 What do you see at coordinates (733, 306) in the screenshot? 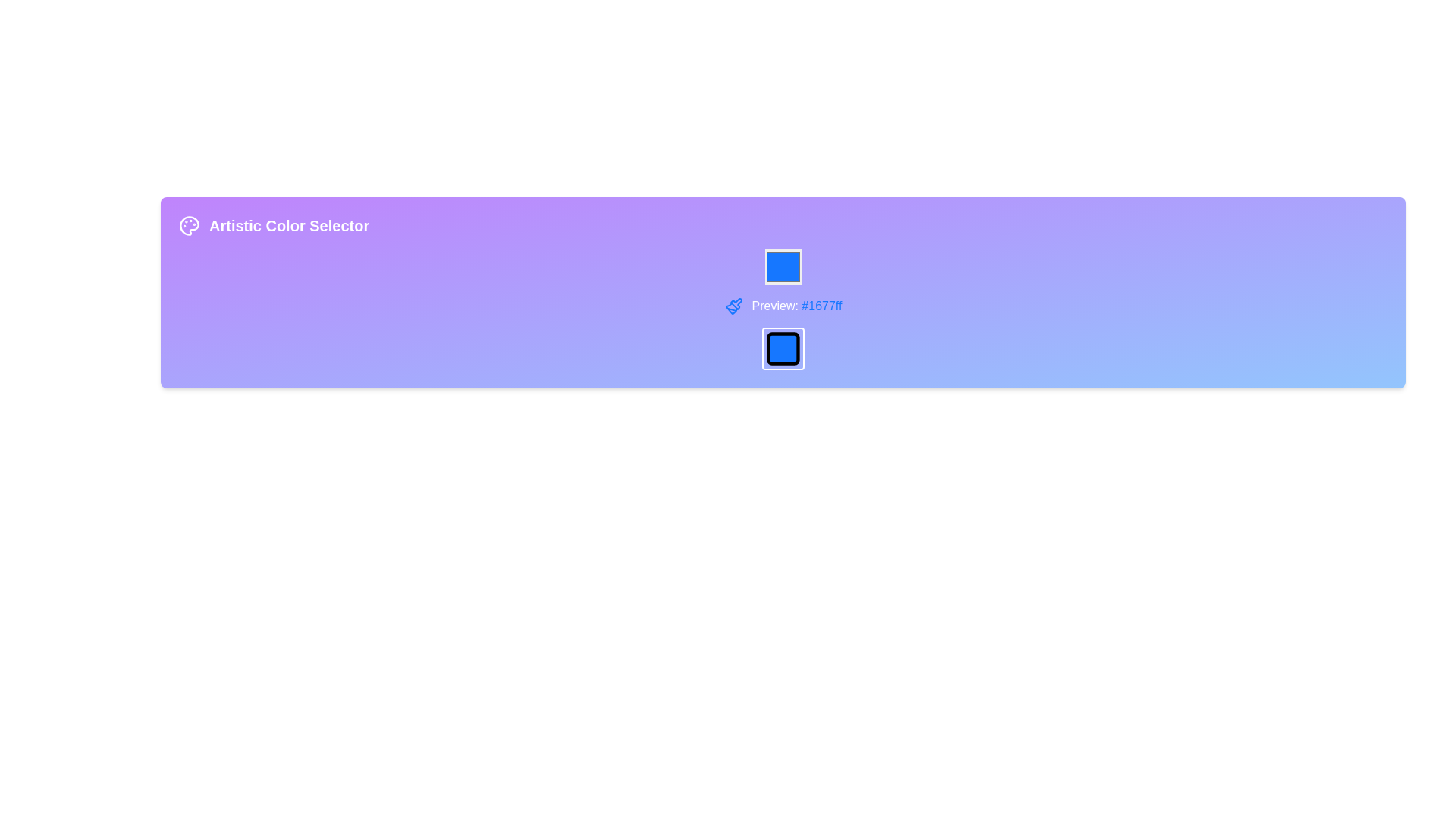
I see `the blue paintbrush icon located to the left of the label 'Preview: #1677ff'` at bounding box center [733, 306].